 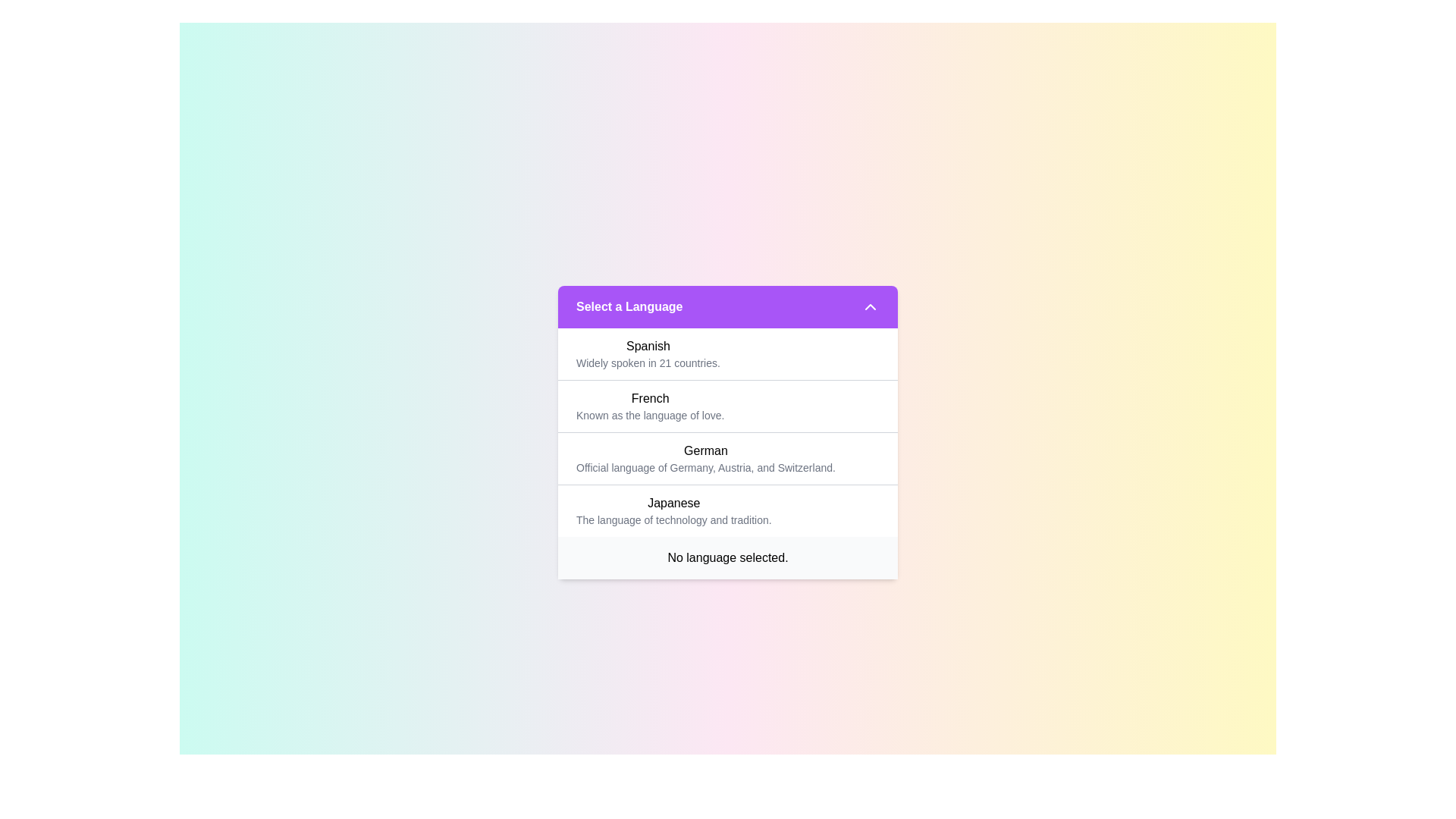 What do you see at coordinates (705, 457) in the screenshot?
I see `the third entry in the 'Select a Language' list, which displays 'German' in bold followed by its description` at bounding box center [705, 457].